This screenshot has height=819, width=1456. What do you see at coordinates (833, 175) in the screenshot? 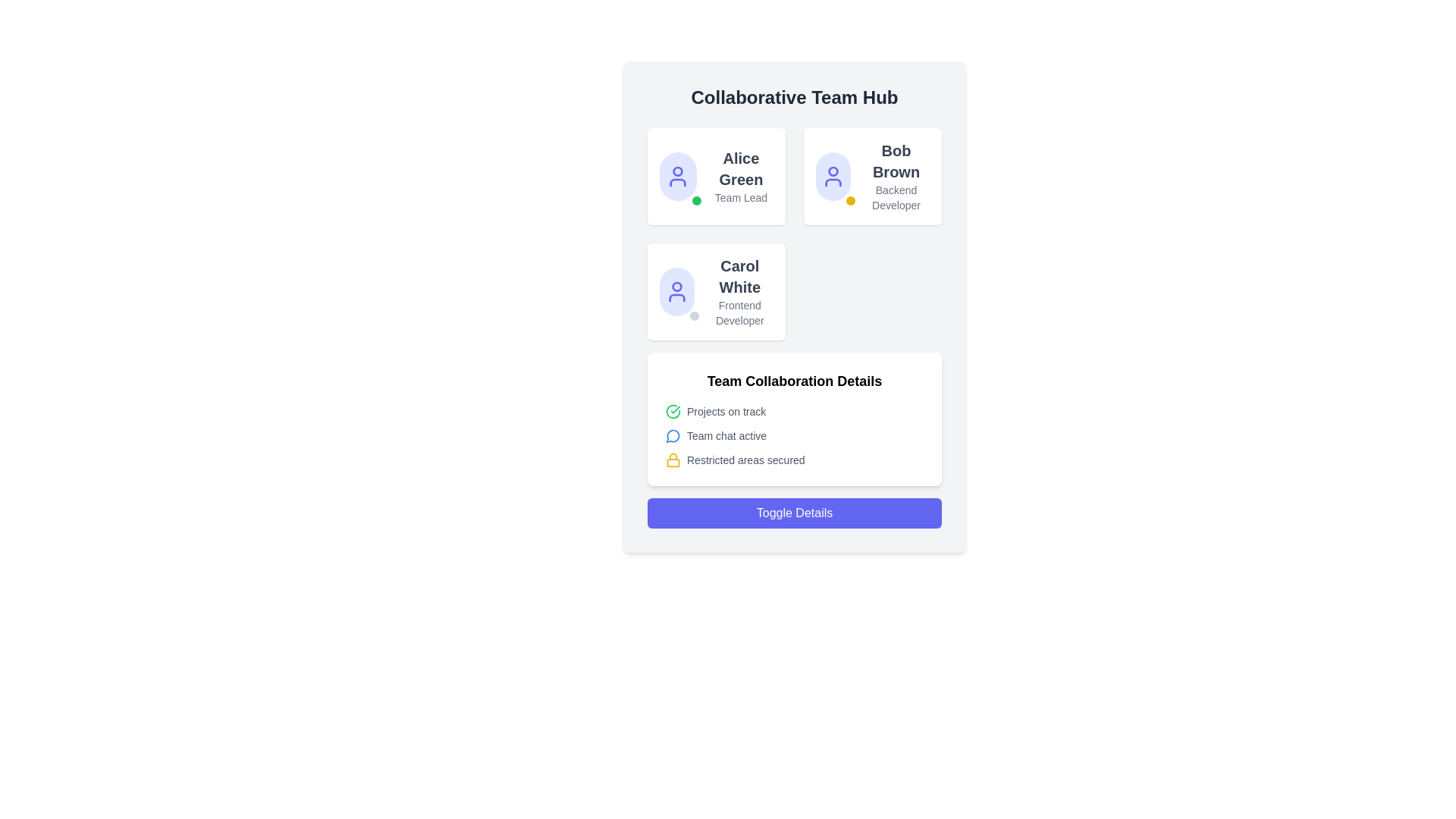
I see `the Avatar Icon of 'Bob Brown' to identify the user associated with it` at bounding box center [833, 175].